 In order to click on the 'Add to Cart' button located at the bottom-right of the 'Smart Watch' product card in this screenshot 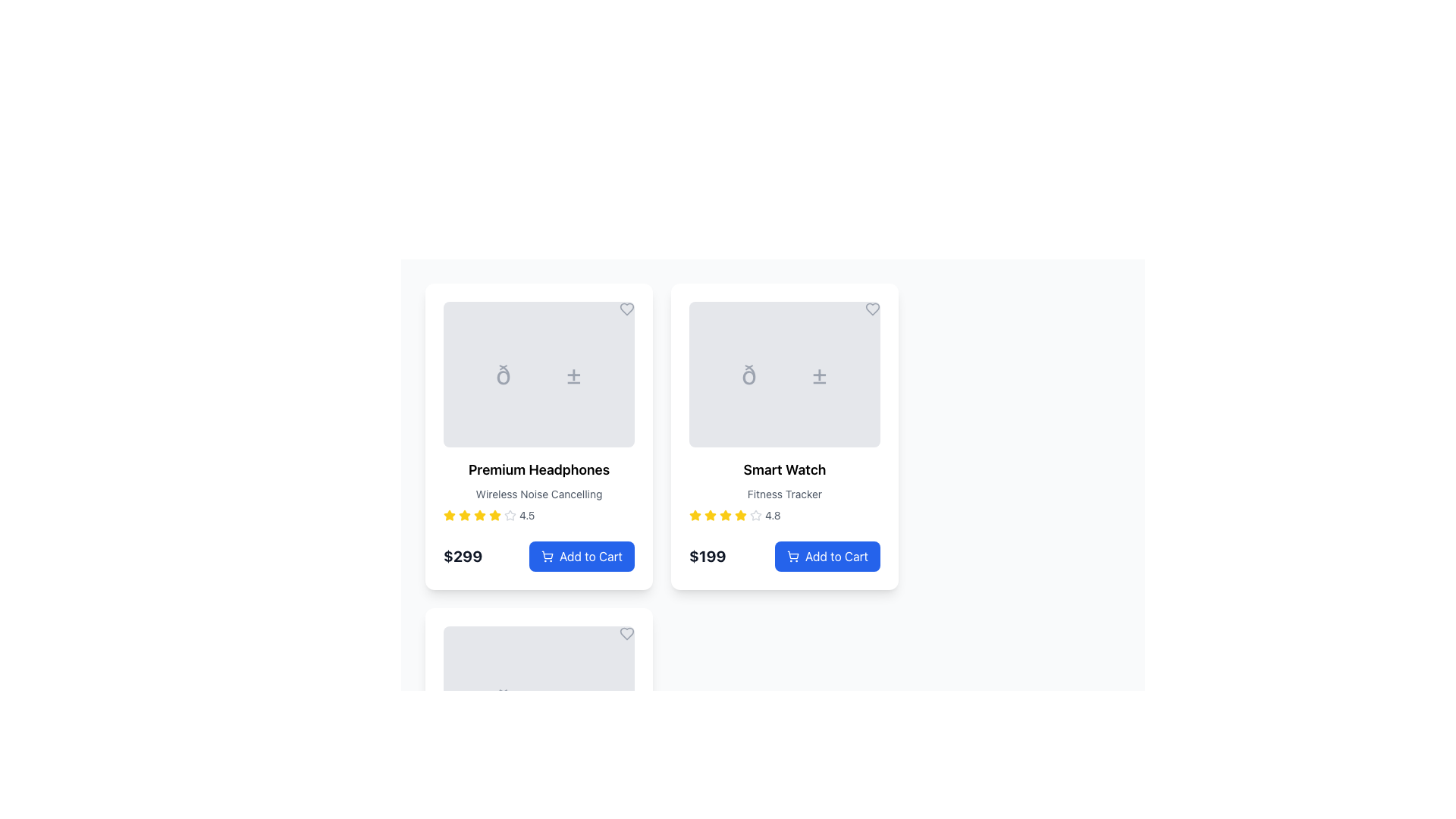, I will do `click(836, 556)`.